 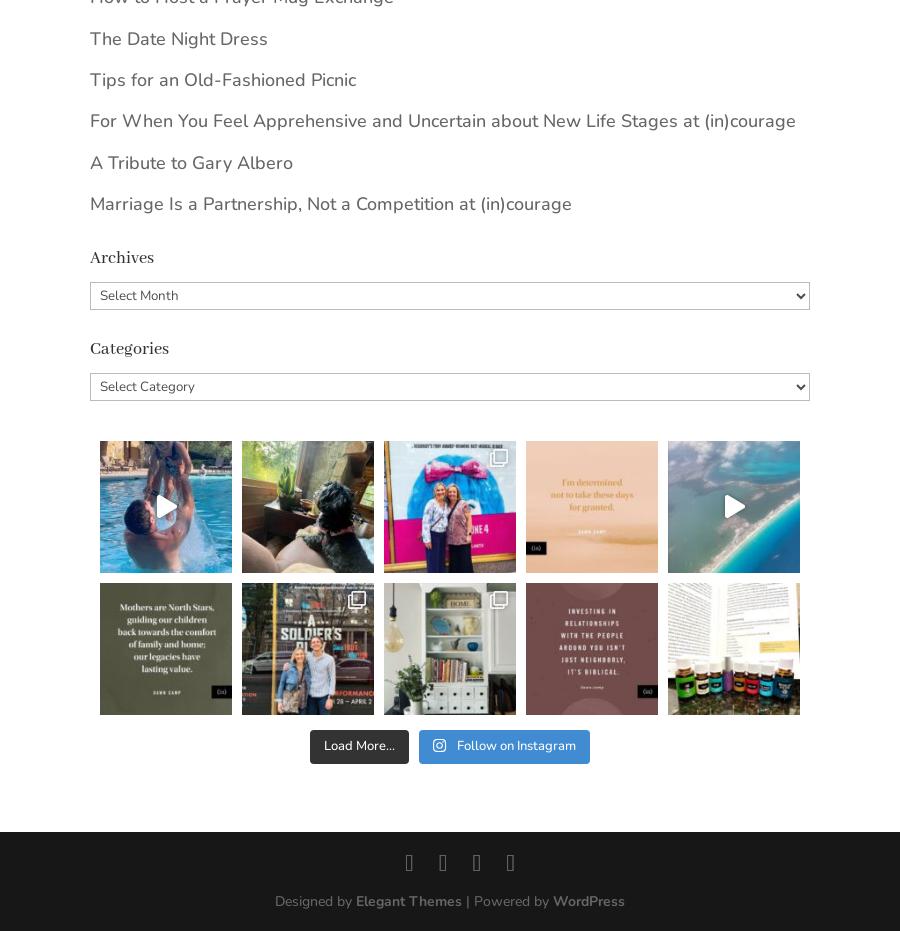 I want to click on 'WordPress', so click(x=588, y=901).